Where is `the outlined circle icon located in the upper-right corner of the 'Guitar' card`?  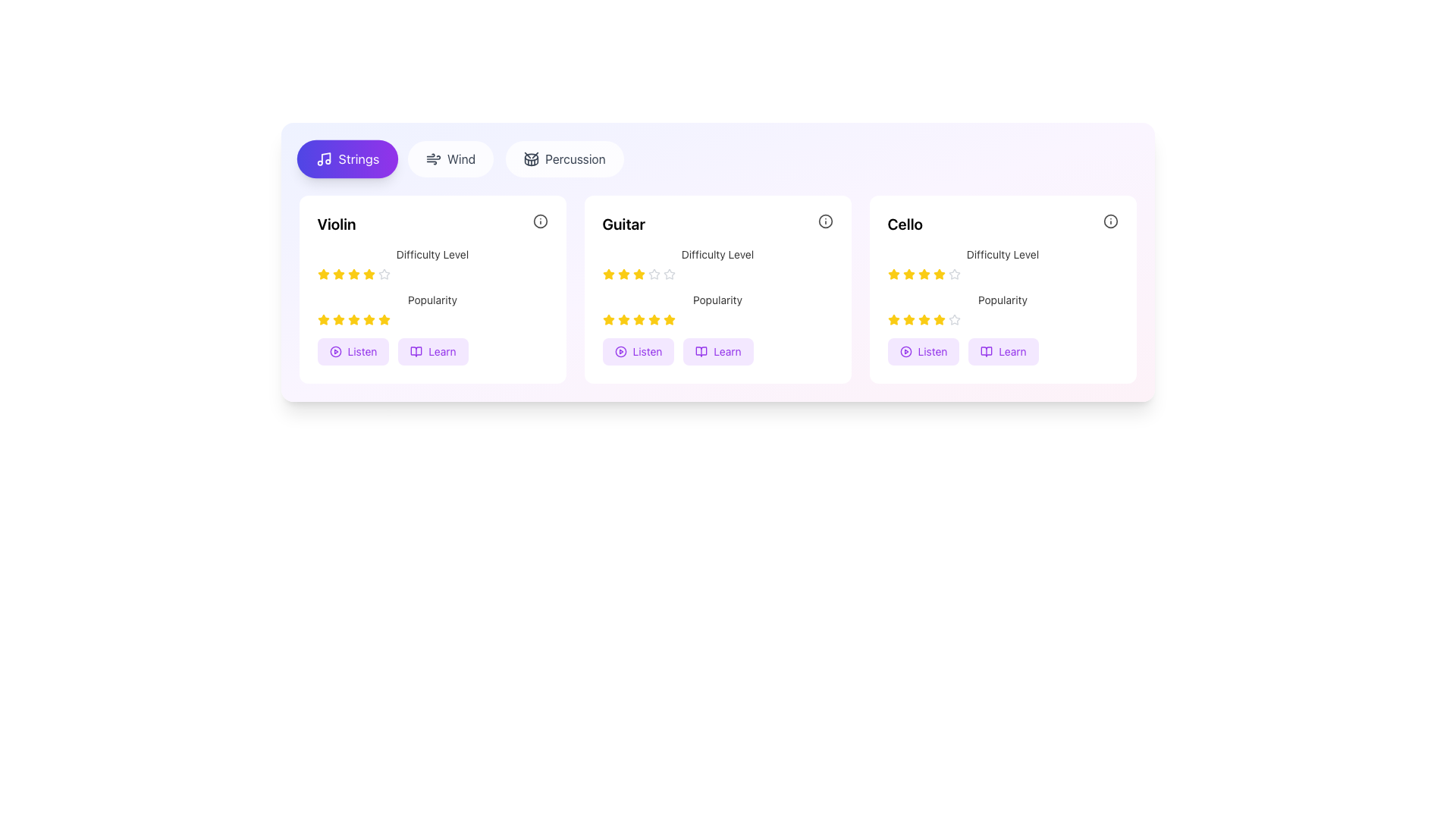
the outlined circle icon located in the upper-right corner of the 'Guitar' card is located at coordinates (824, 221).